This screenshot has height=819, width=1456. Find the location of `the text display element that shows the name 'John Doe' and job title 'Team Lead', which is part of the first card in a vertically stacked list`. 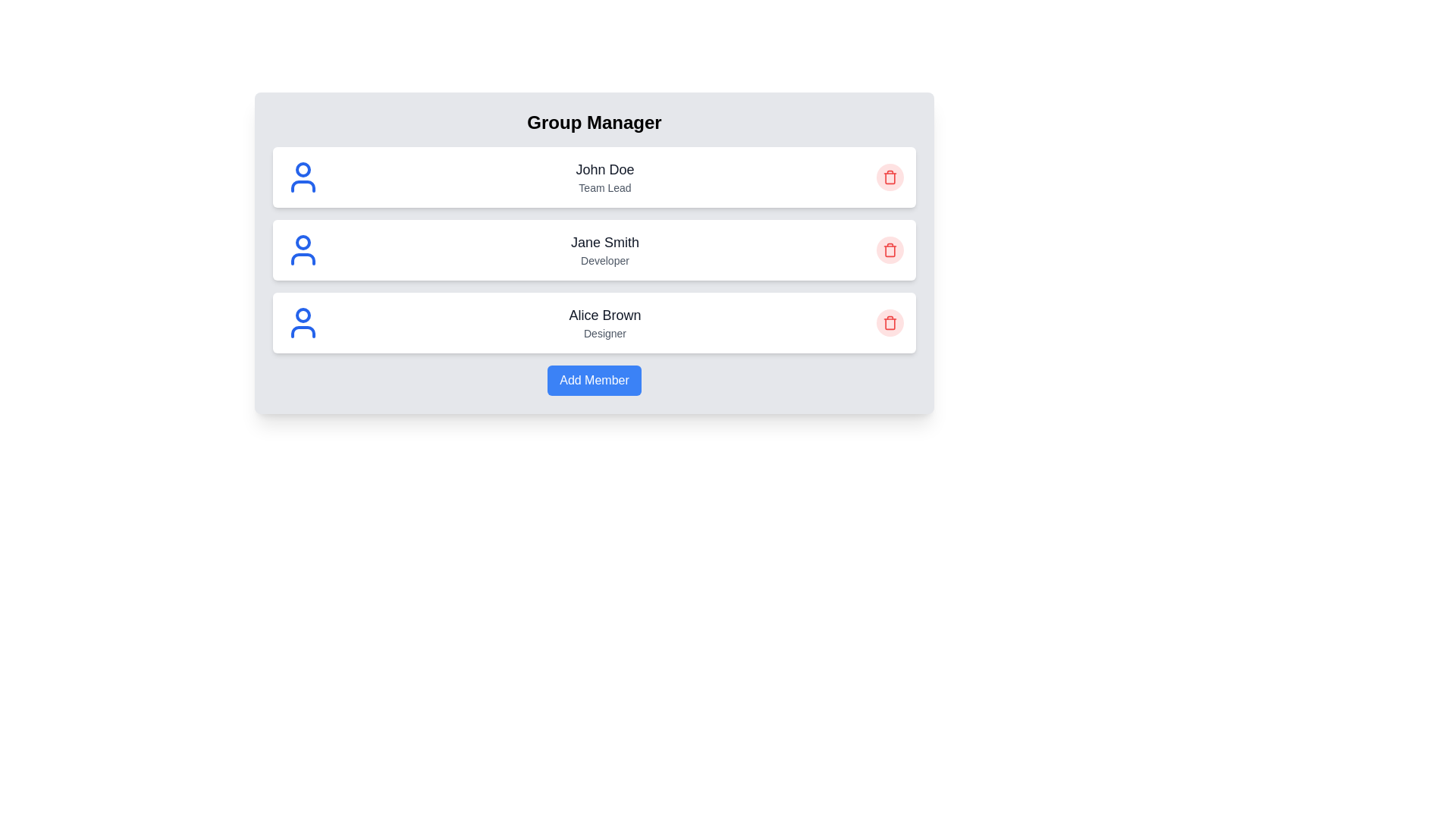

the text display element that shows the name 'John Doe' and job title 'Team Lead', which is part of the first card in a vertically stacked list is located at coordinates (604, 177).